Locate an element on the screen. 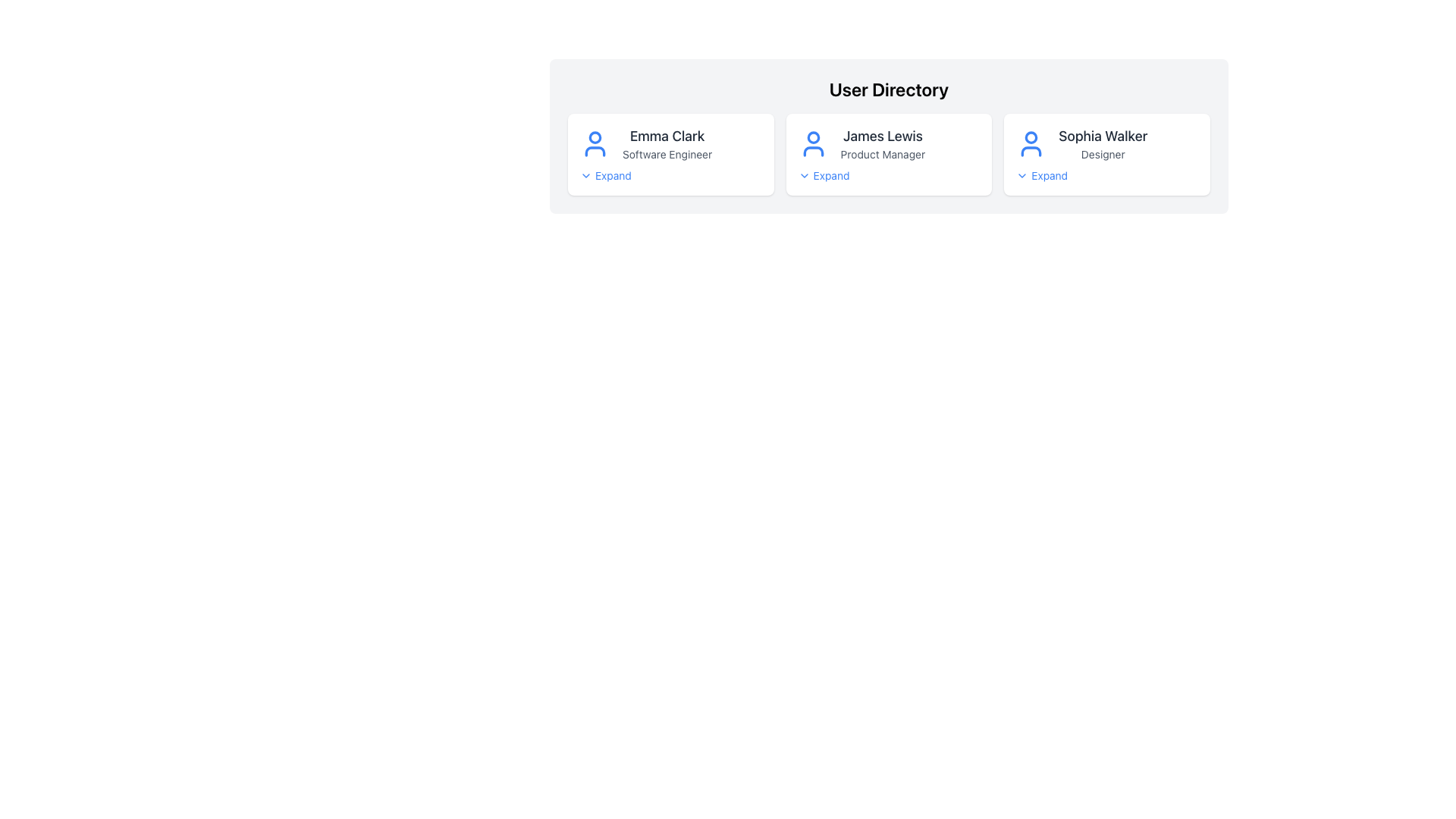  the text label that describes the user's profession or role, located below the 'Emma Clark' heading in the upper-left profile card of the 'User Directory' section is located at coordinates (667, 155).